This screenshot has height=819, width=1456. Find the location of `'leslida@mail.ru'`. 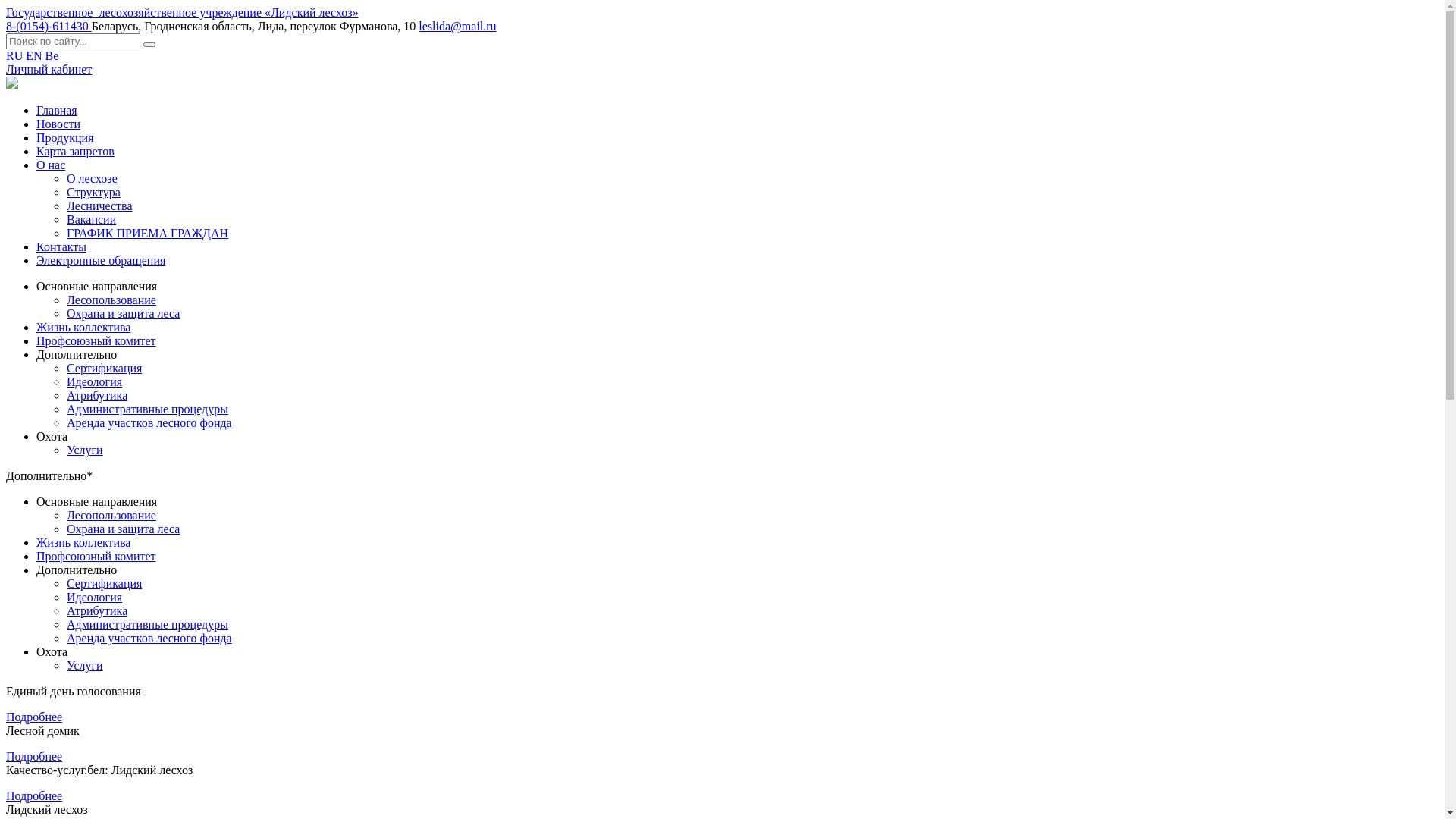

'leslida@mail.ru' is located at coordinates (457, 26).